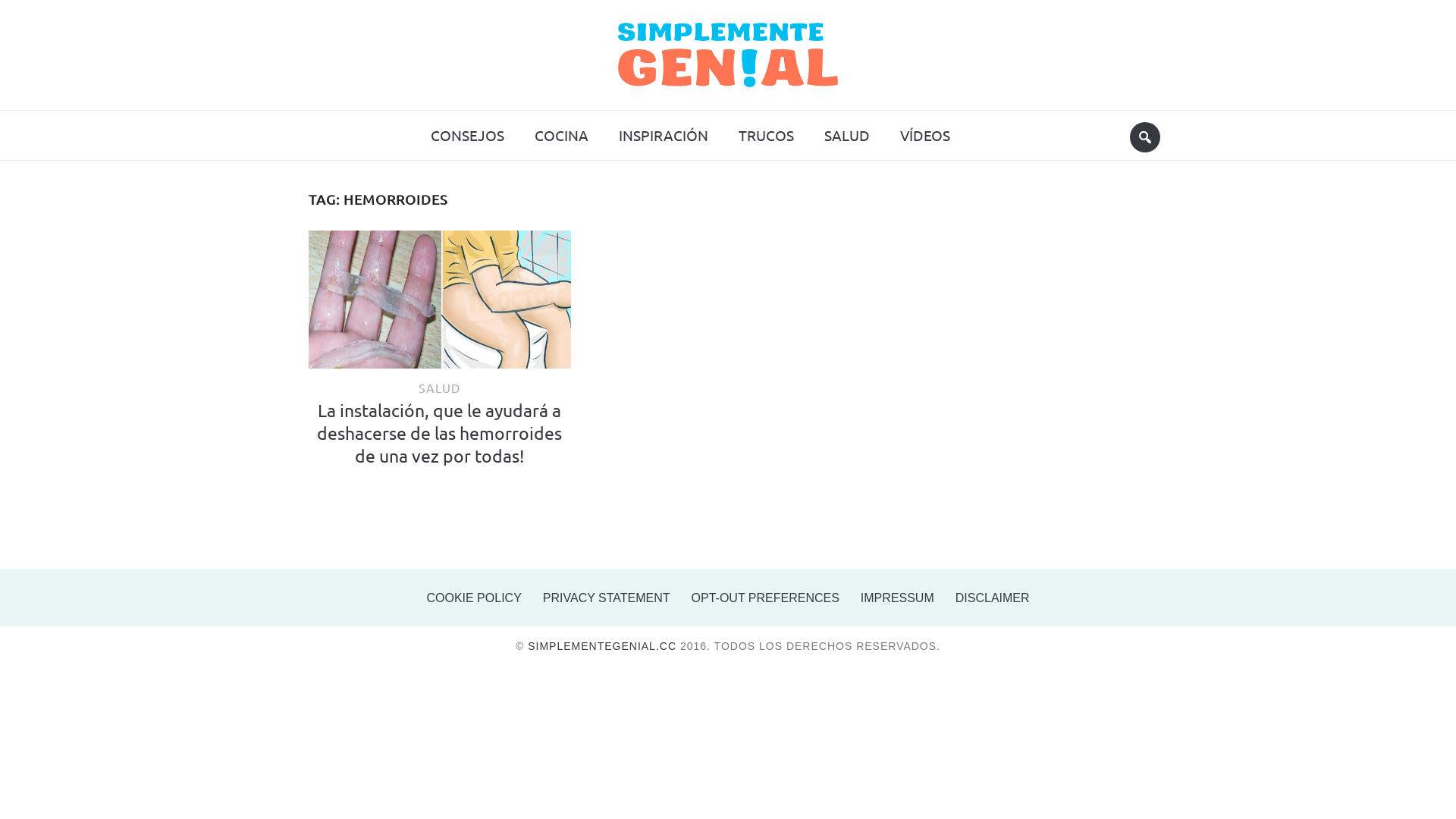 This screenshot has width=1456, height=819. What do you see at coordinates (897, 597) in the screenshot?
I see `'IMPRESSUM'` at bounding box center [897, 597].